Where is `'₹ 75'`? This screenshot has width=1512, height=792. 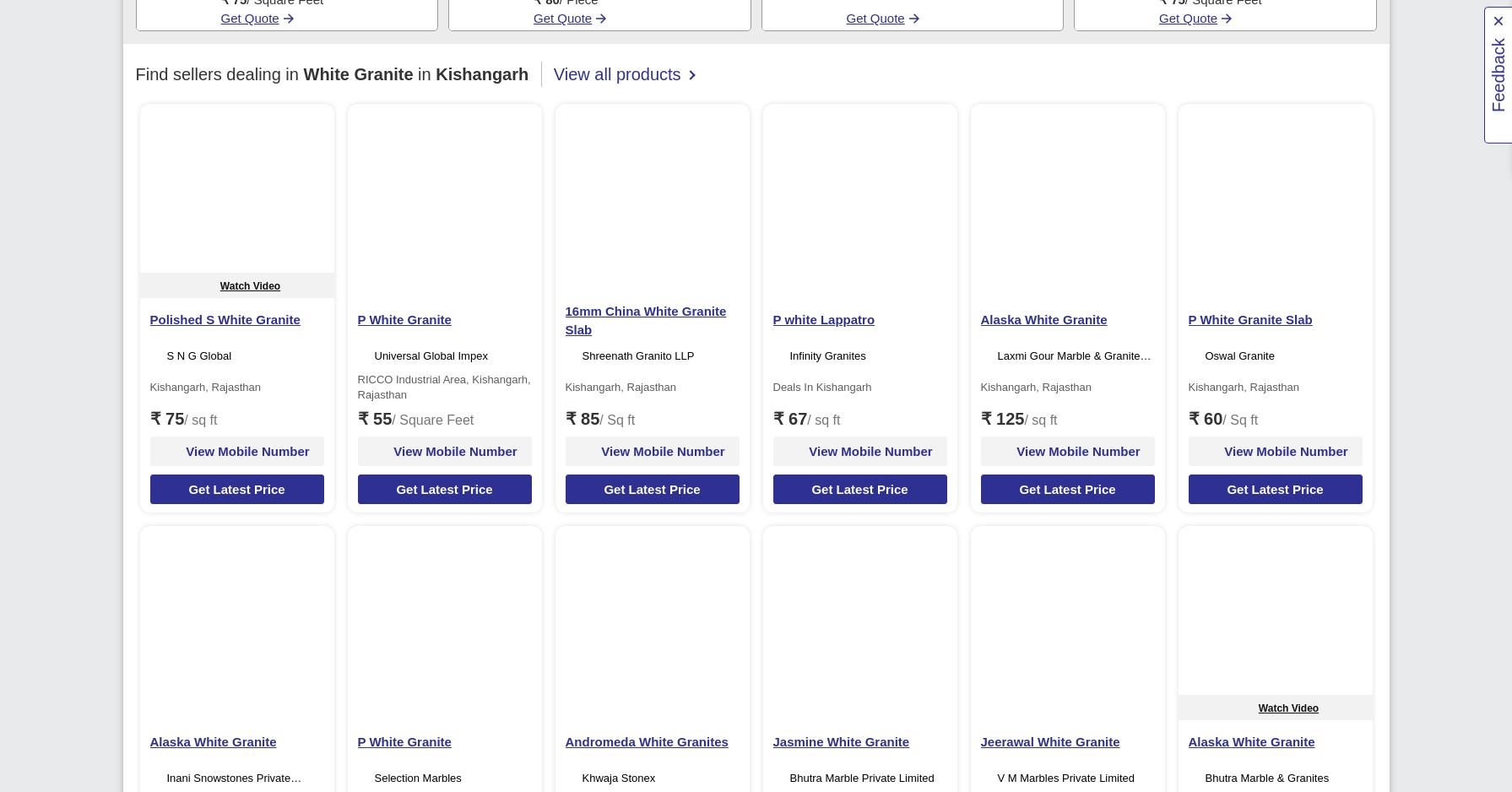 '₹ 75' is located at coordinates (149, 419).